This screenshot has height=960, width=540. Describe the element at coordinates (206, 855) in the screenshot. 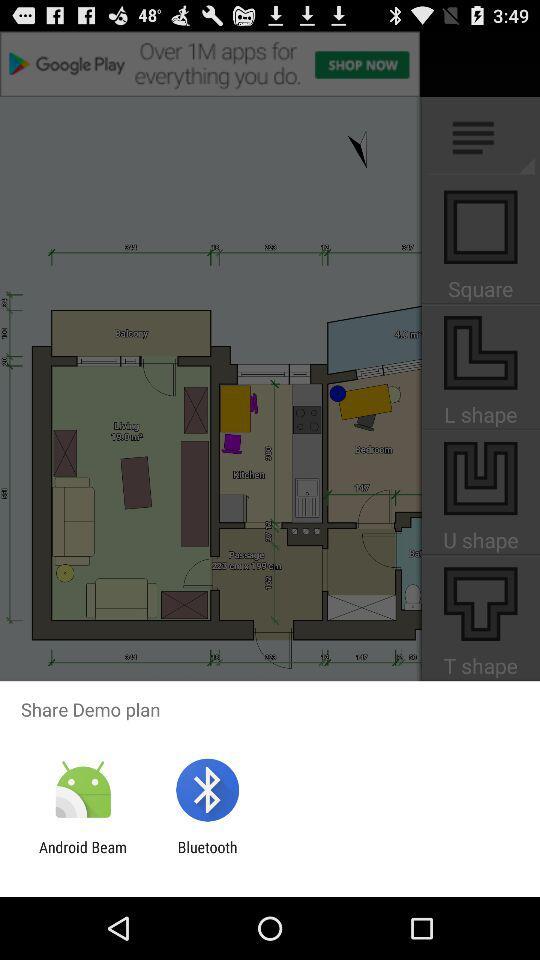

I see `bluetooth app` at that location.